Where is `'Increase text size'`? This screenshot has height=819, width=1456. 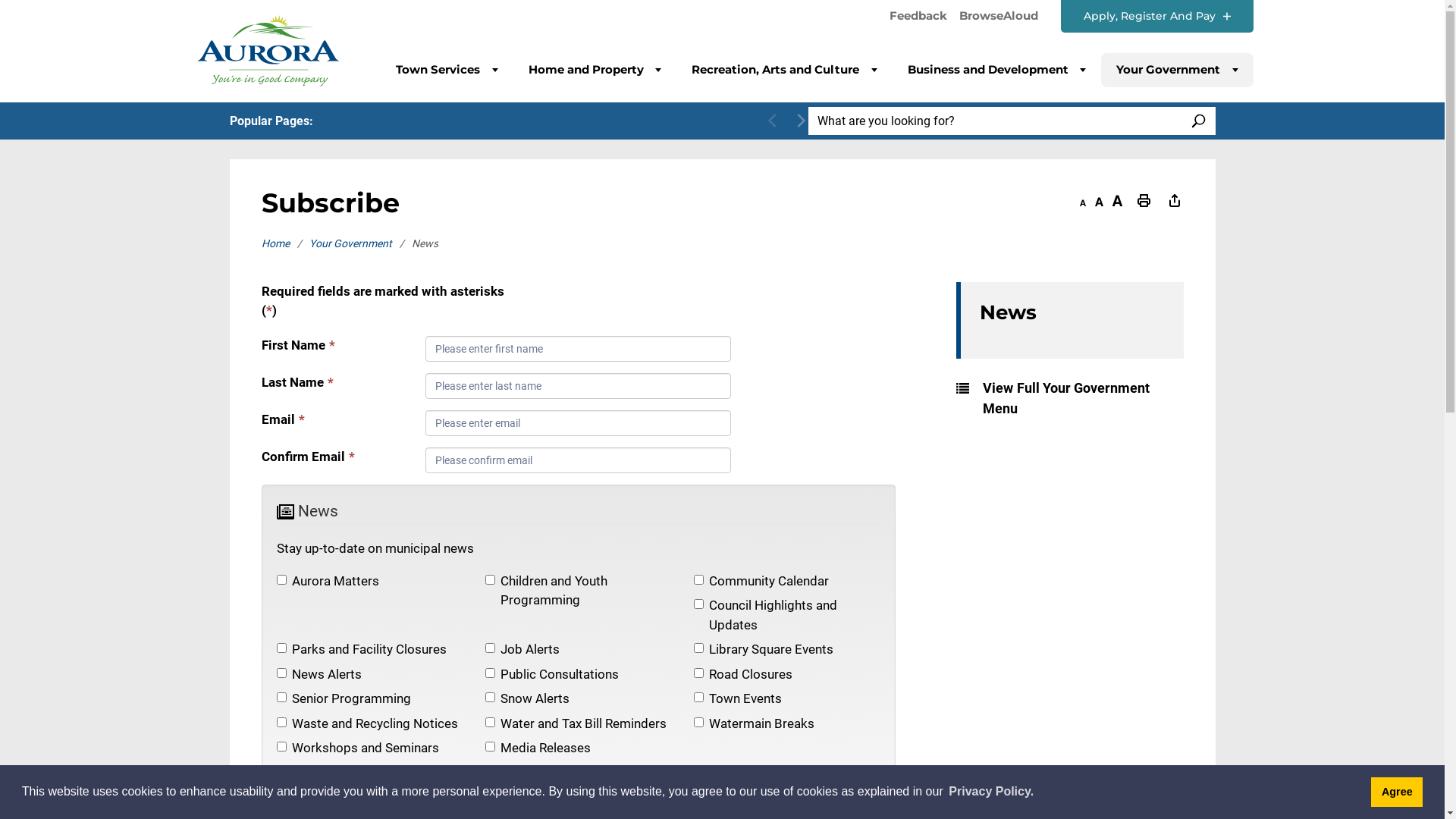
'Increase text size' is located at coordinates (1111, 201).